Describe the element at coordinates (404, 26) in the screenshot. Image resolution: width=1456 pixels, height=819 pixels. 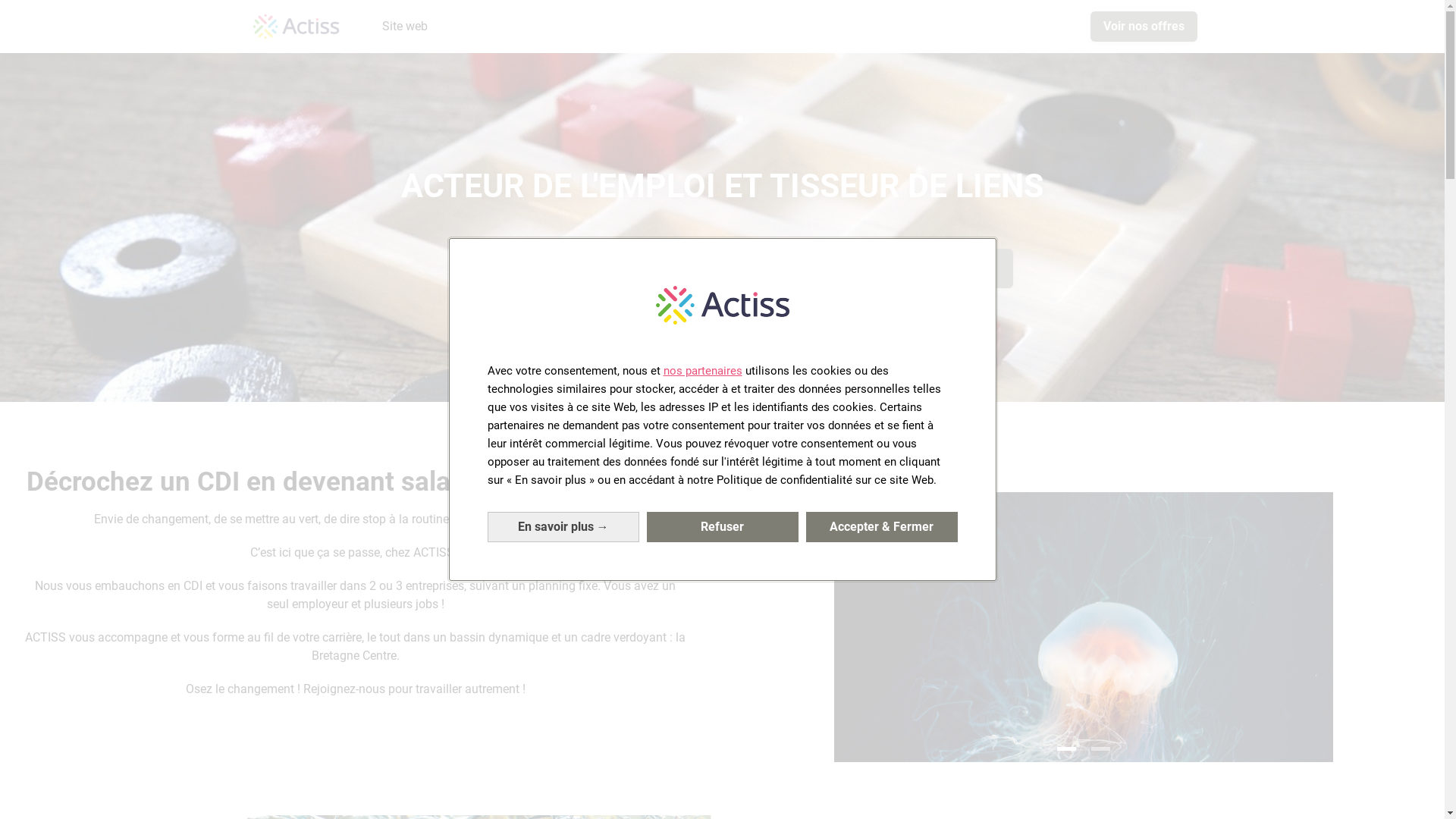
I see `'Site web'` at that location.